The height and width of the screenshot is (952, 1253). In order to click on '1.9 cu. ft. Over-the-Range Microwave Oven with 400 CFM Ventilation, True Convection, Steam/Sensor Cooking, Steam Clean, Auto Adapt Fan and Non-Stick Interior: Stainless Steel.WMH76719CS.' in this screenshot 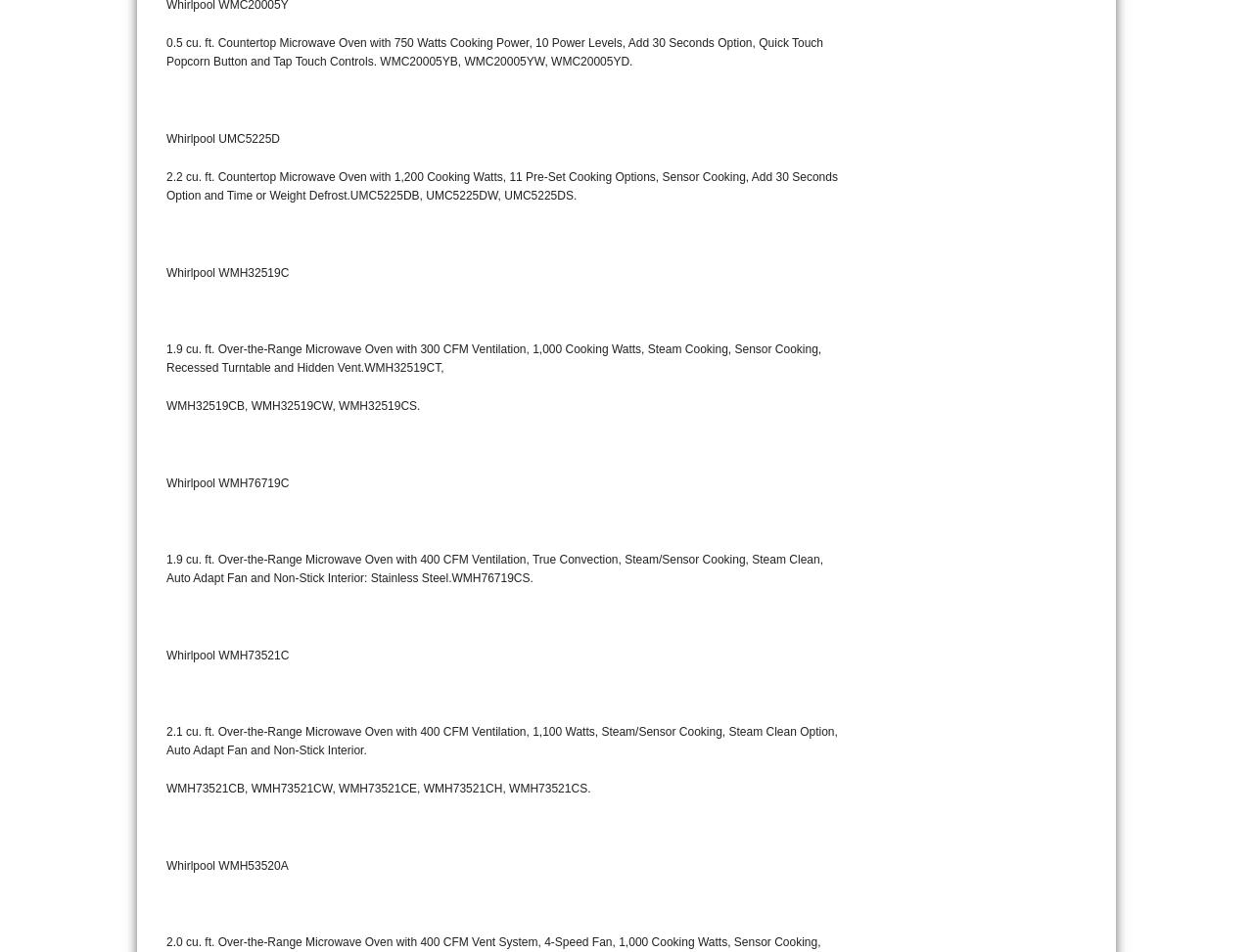, I will do `click(493, 568)`.